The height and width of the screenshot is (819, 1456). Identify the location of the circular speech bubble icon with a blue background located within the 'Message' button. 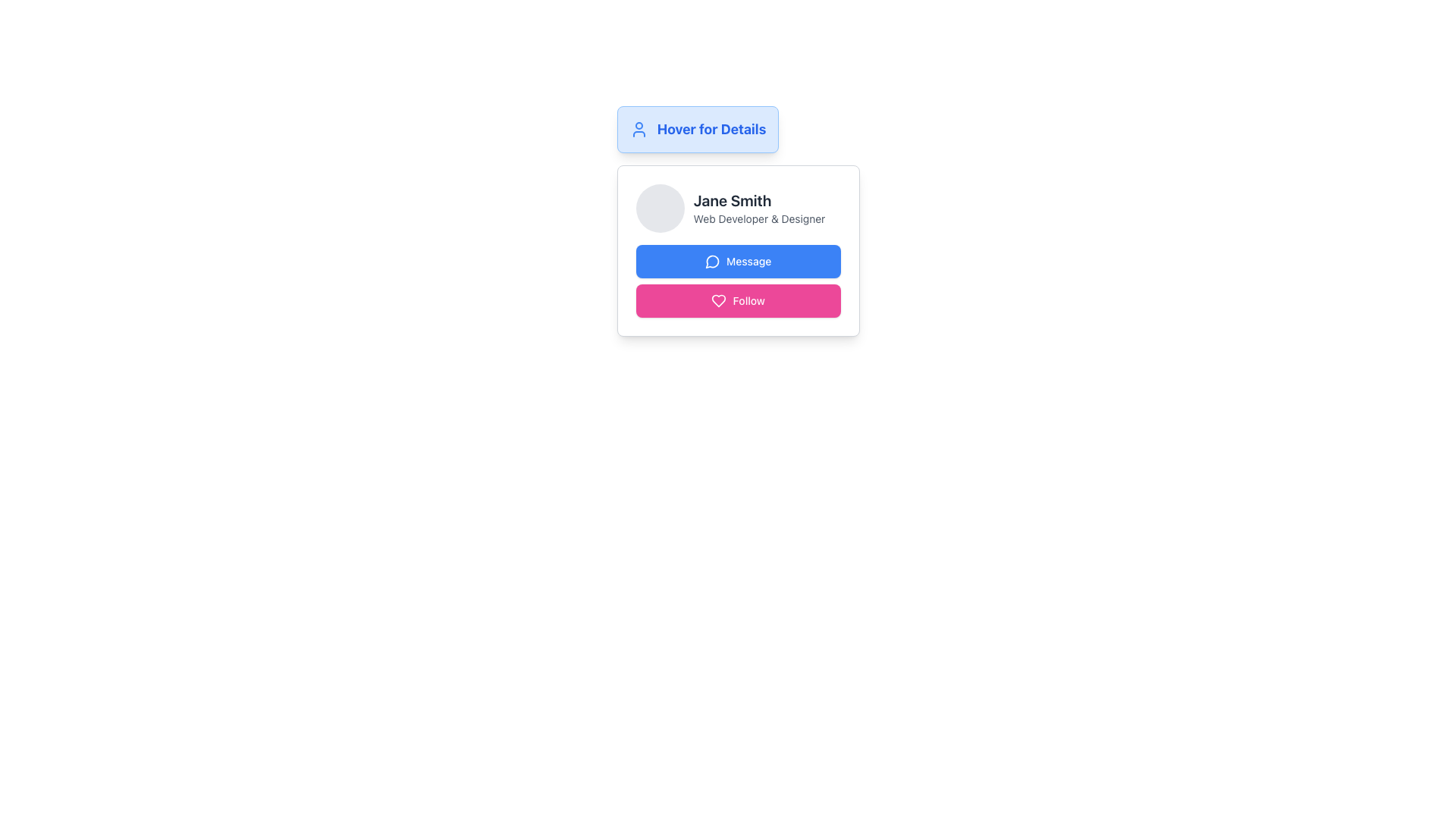
(712, 260).